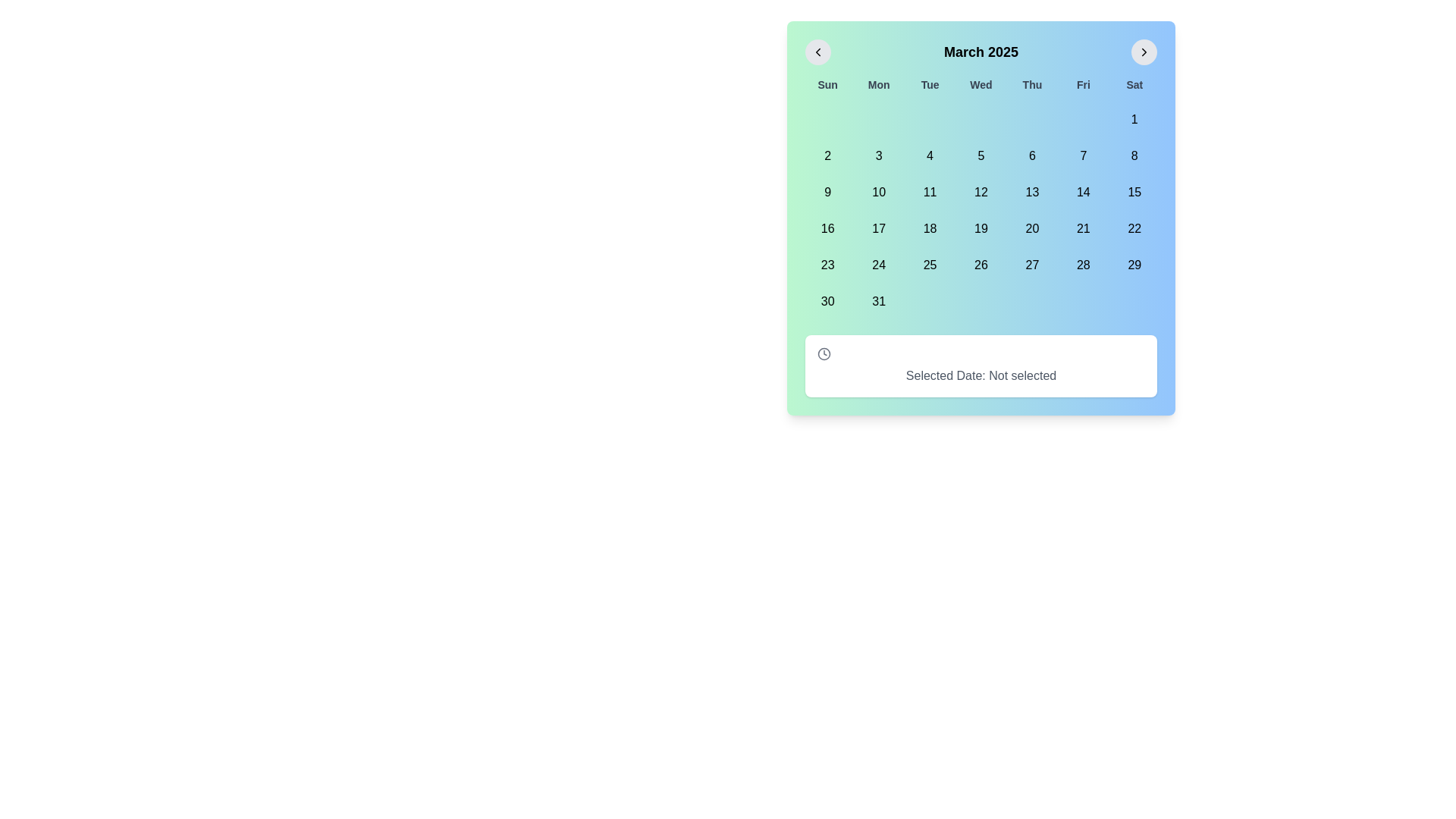 The width and height of the screenshot is (1456, 819). What do you see at coordinates (981, 52) in the screenshot?
I see `the static text element that displays the currently selected month and year in the calendar view, located at the top of the calendar interface, between two arrow icons` at bounding box center [981, 52].